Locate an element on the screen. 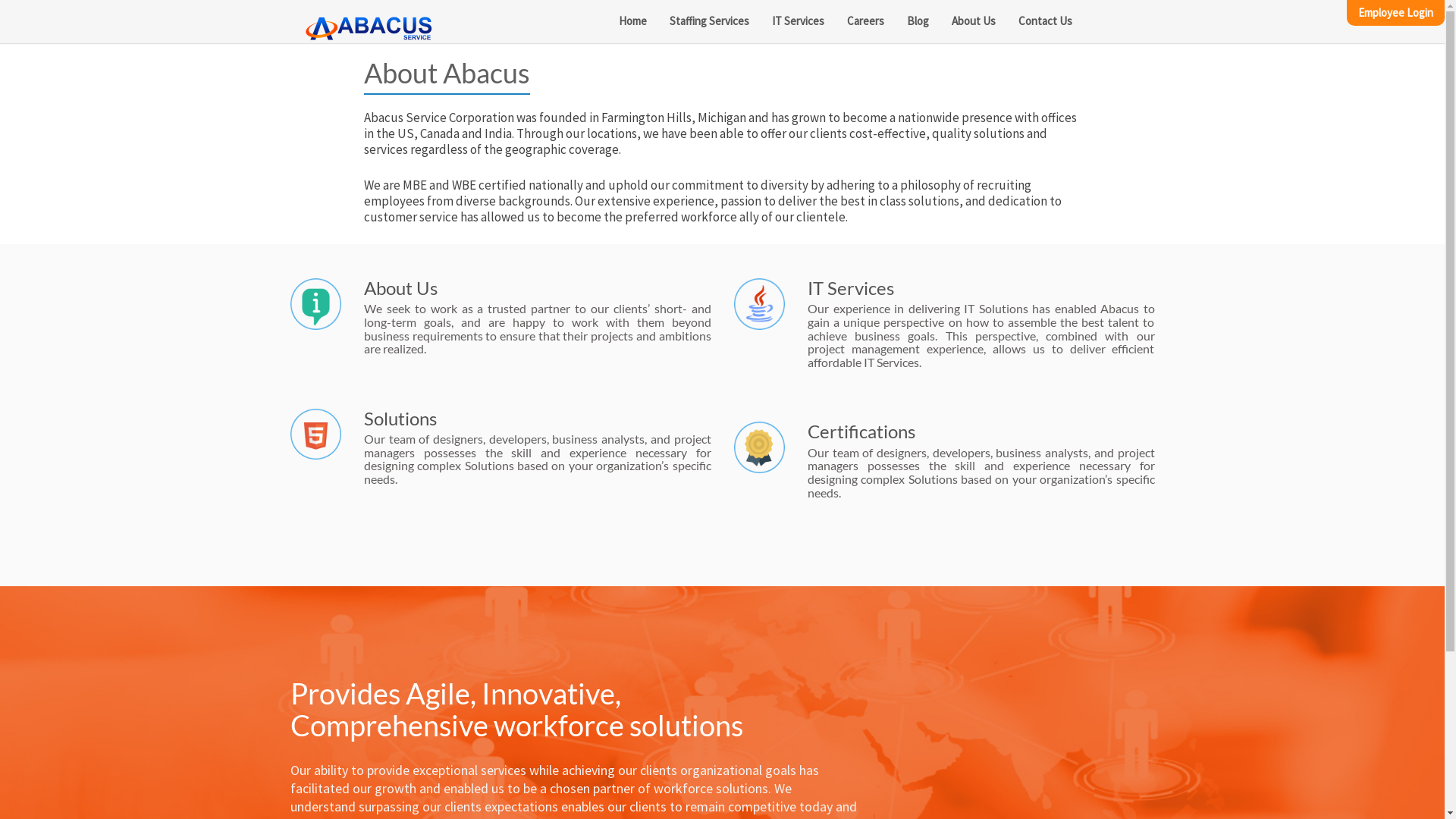  'Careers' is located at coordinates (865, 20).